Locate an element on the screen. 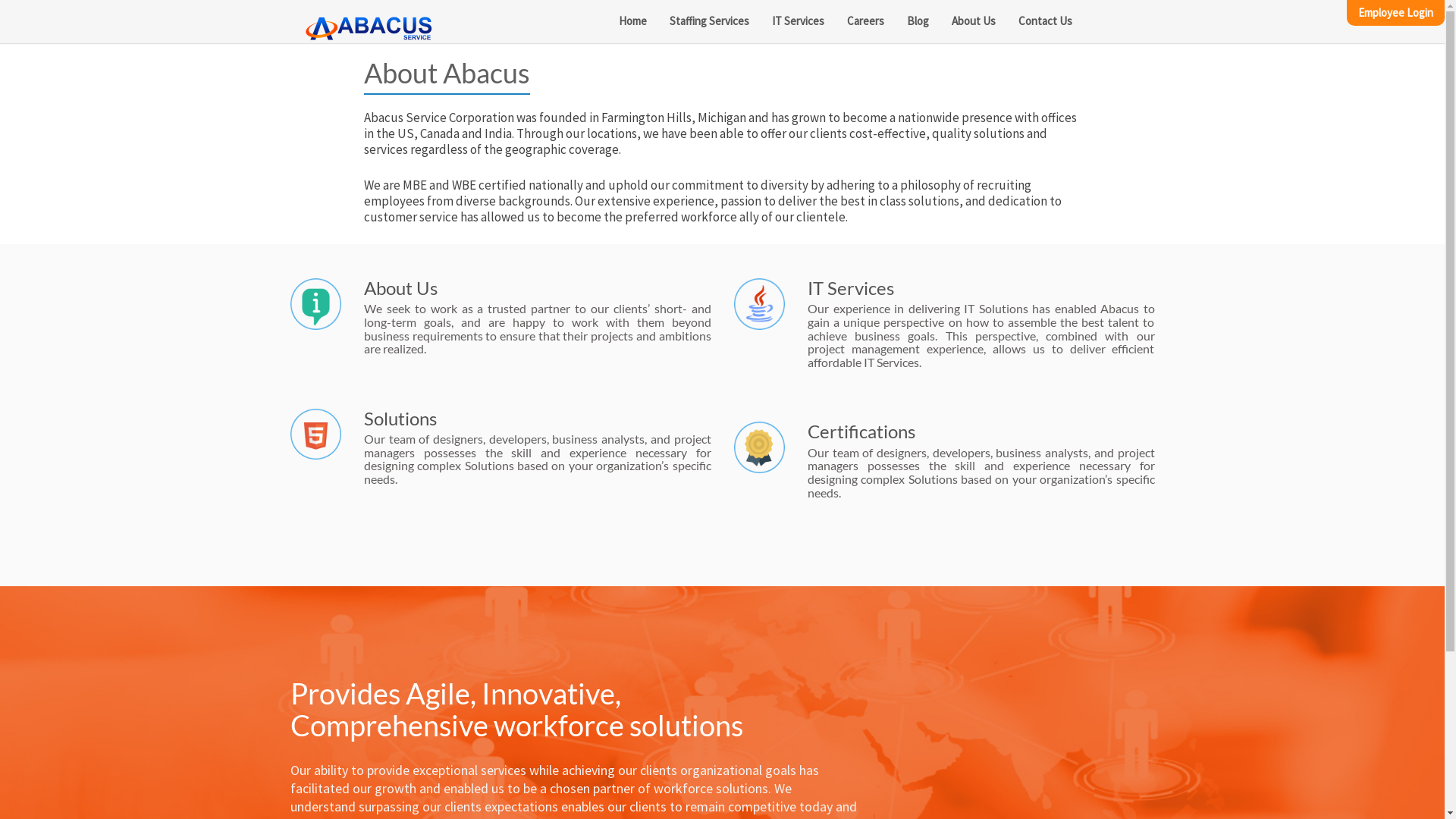  'Careers' is located at coordinates (865, 20).